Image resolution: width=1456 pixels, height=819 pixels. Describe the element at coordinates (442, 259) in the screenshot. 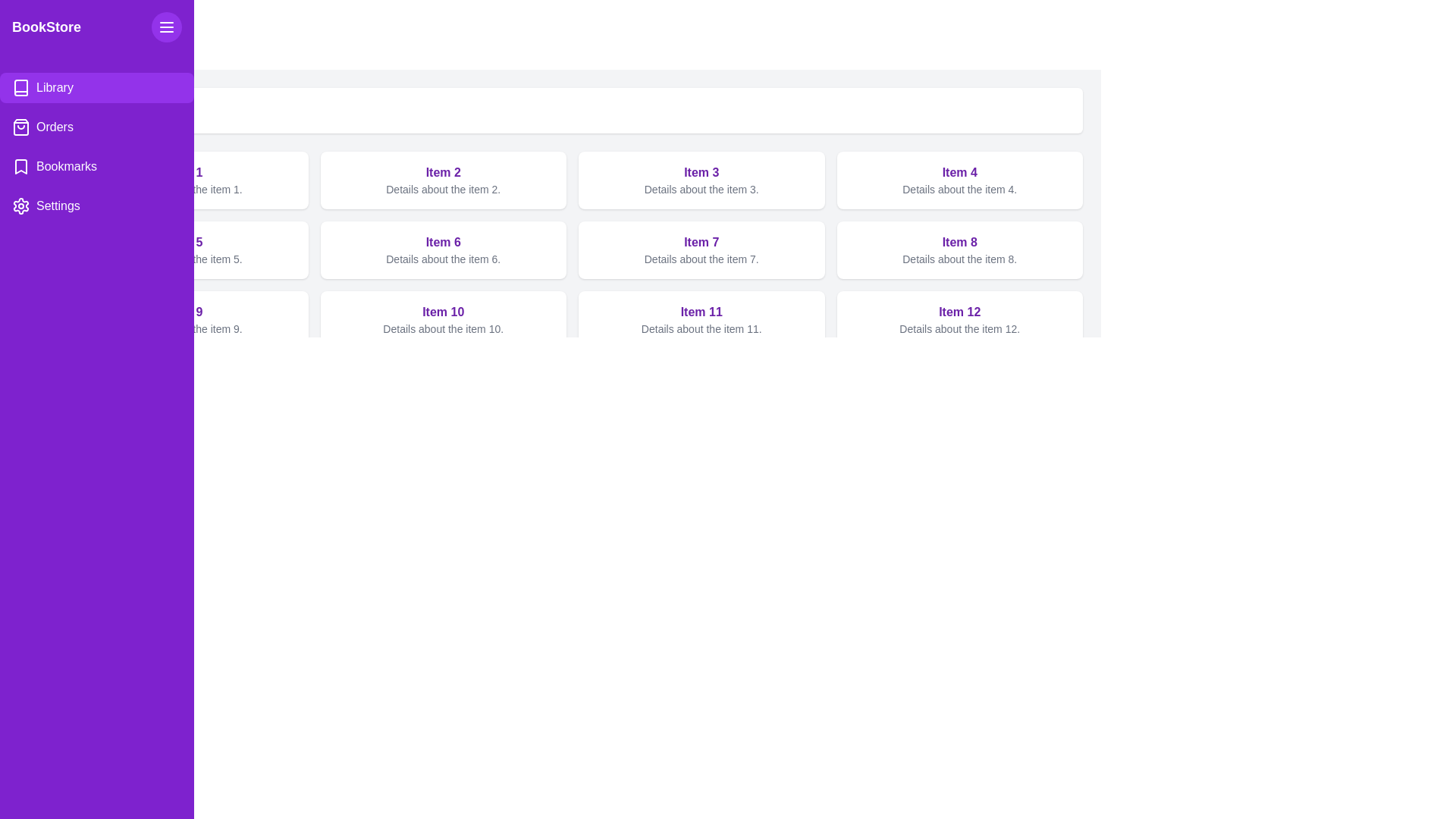

I see `the static text label providing supplementary information for the card titled 'Item 6', located in the second row and third column of the grid layout` at that location.